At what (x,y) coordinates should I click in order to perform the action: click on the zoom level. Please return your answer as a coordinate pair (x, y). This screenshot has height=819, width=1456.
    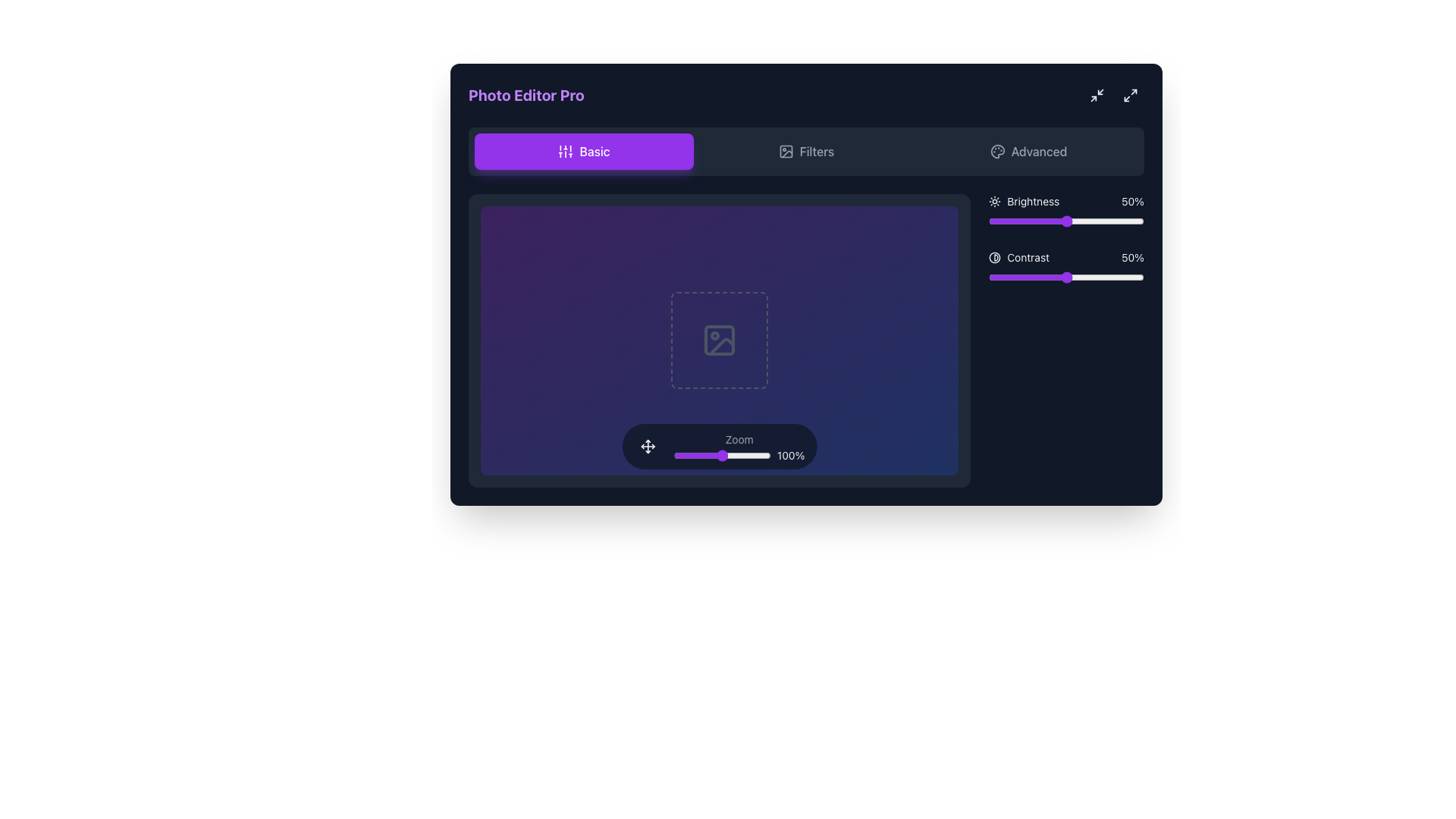
    Looking at the image, I should click on (756, 454).